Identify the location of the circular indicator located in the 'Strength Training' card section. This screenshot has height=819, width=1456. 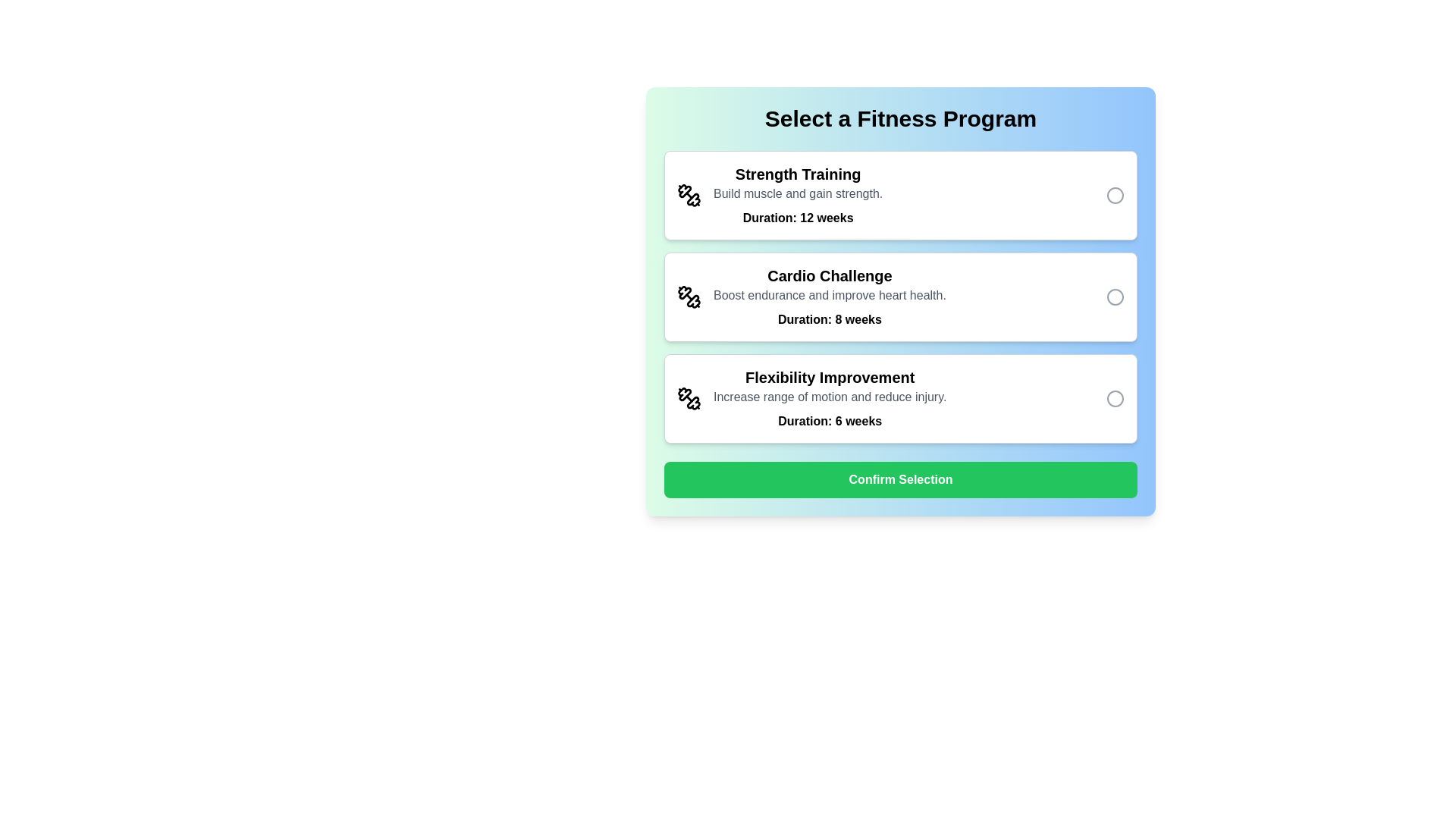
(1115, 195).